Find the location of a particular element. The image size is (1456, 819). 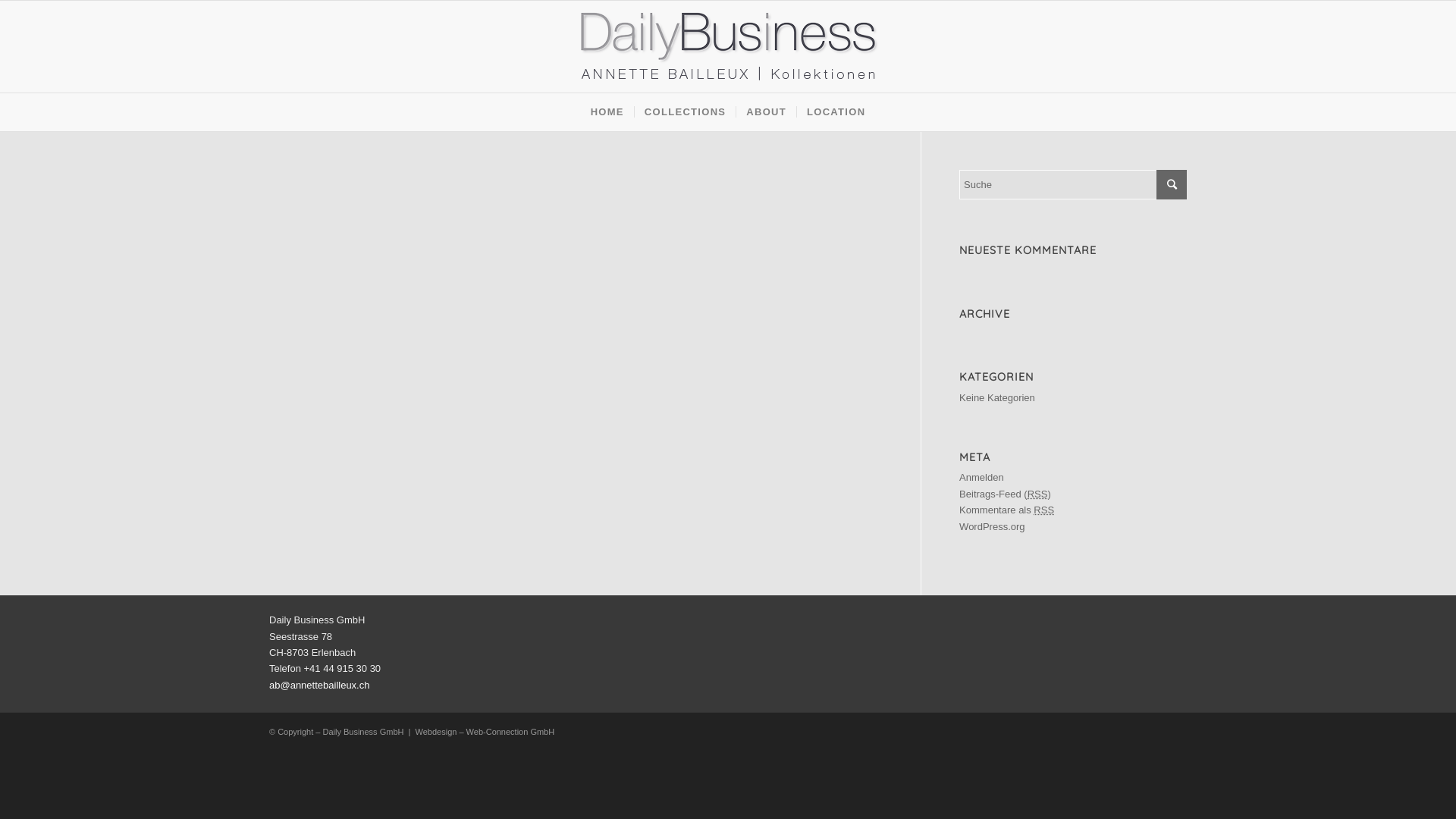

'HOME' is located at coordinates (607, 111).